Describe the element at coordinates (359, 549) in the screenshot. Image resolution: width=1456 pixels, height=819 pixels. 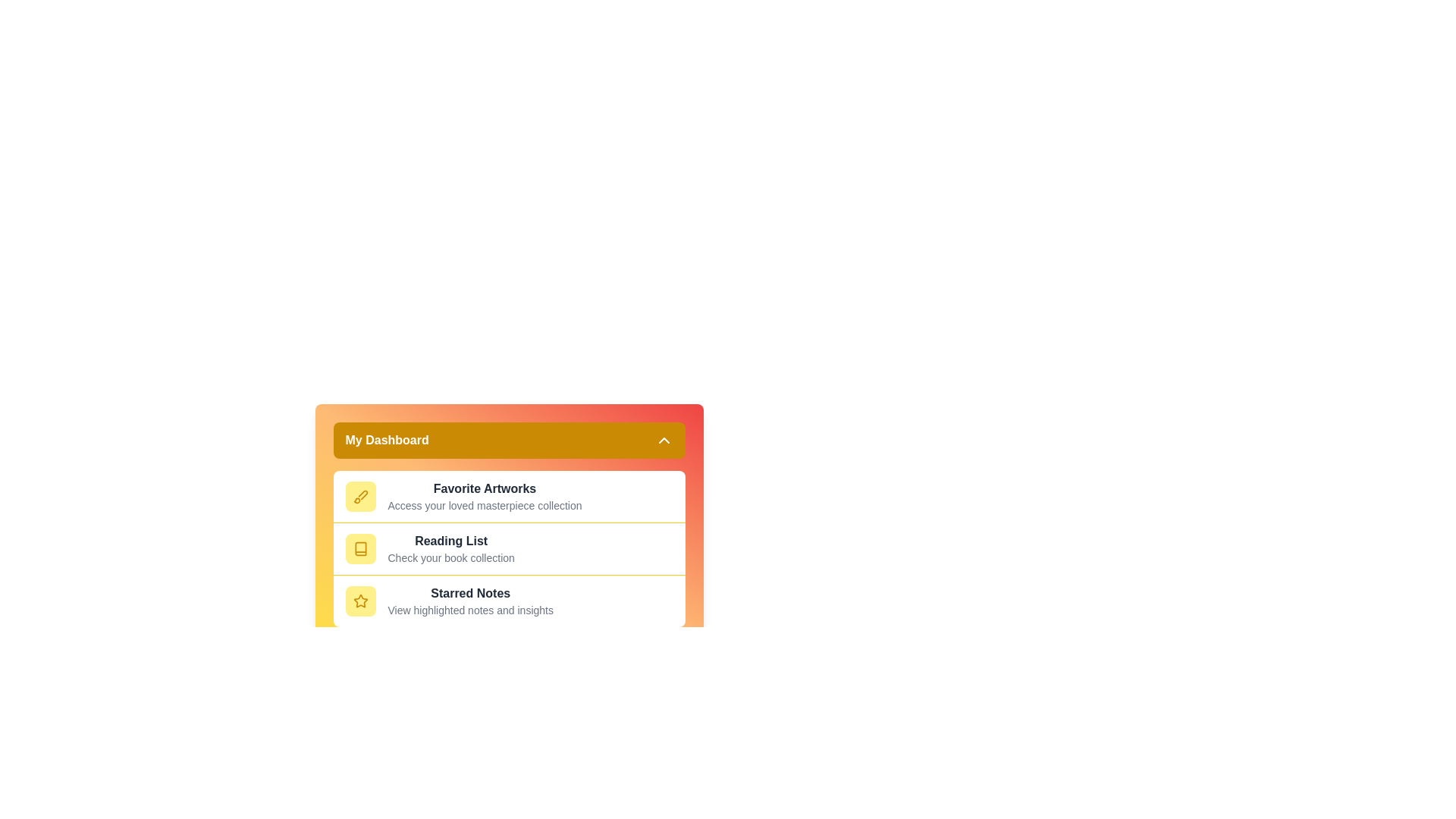
I see `the stylized open book icon located in the second list item under the 'My Dashboard' section, adjacent to the 'Reading List' label` at that location.